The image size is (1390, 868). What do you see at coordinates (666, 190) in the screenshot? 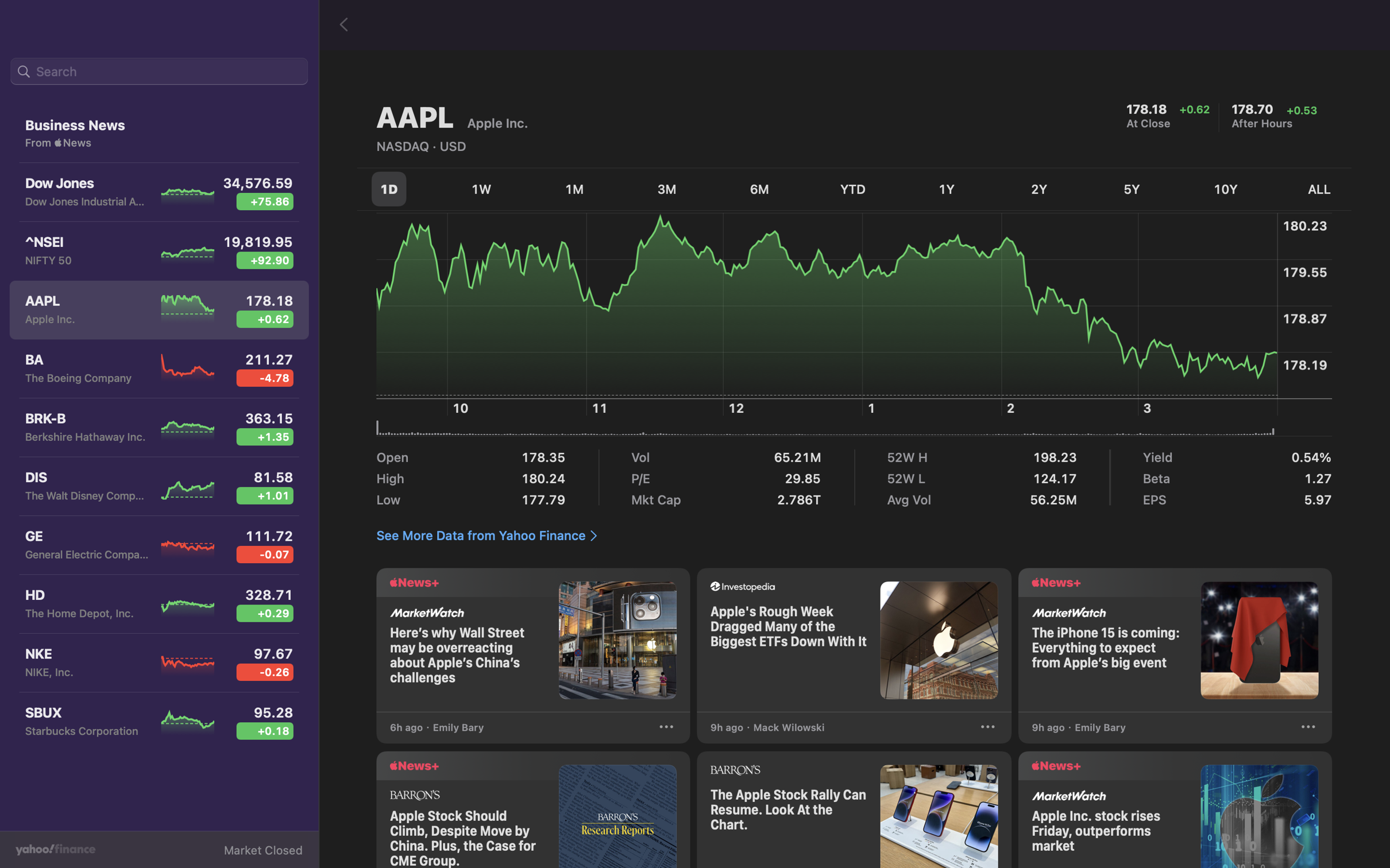
I see `Check the stock fluctuation for the last quarter` at bounding box center [666, 190].